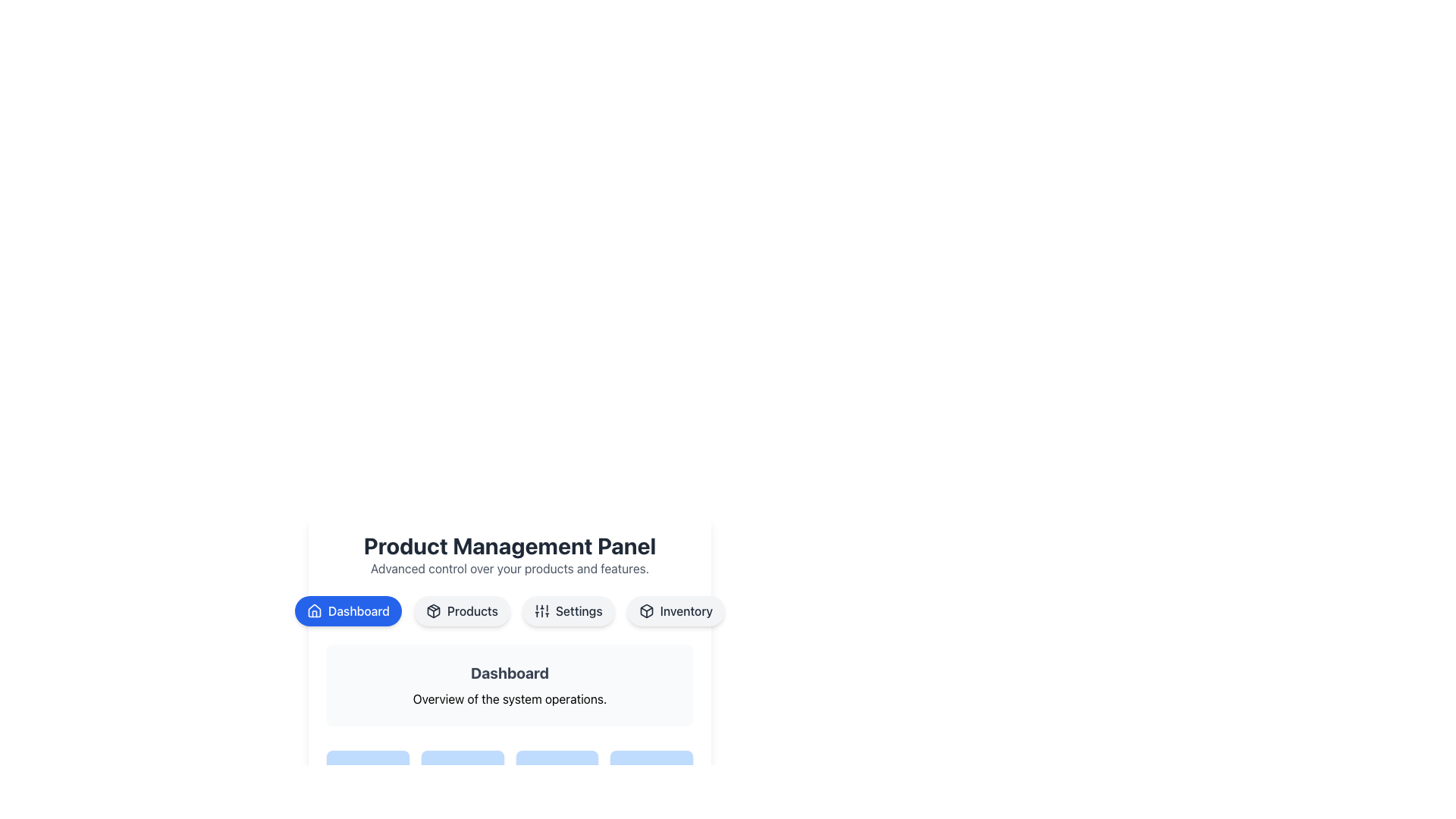  What do you see at coordinates (358, 610) in the screenshot?
I see `the 'Dashboard' text label within the blue button in the navigation bar` at bounding box center [358, 610].